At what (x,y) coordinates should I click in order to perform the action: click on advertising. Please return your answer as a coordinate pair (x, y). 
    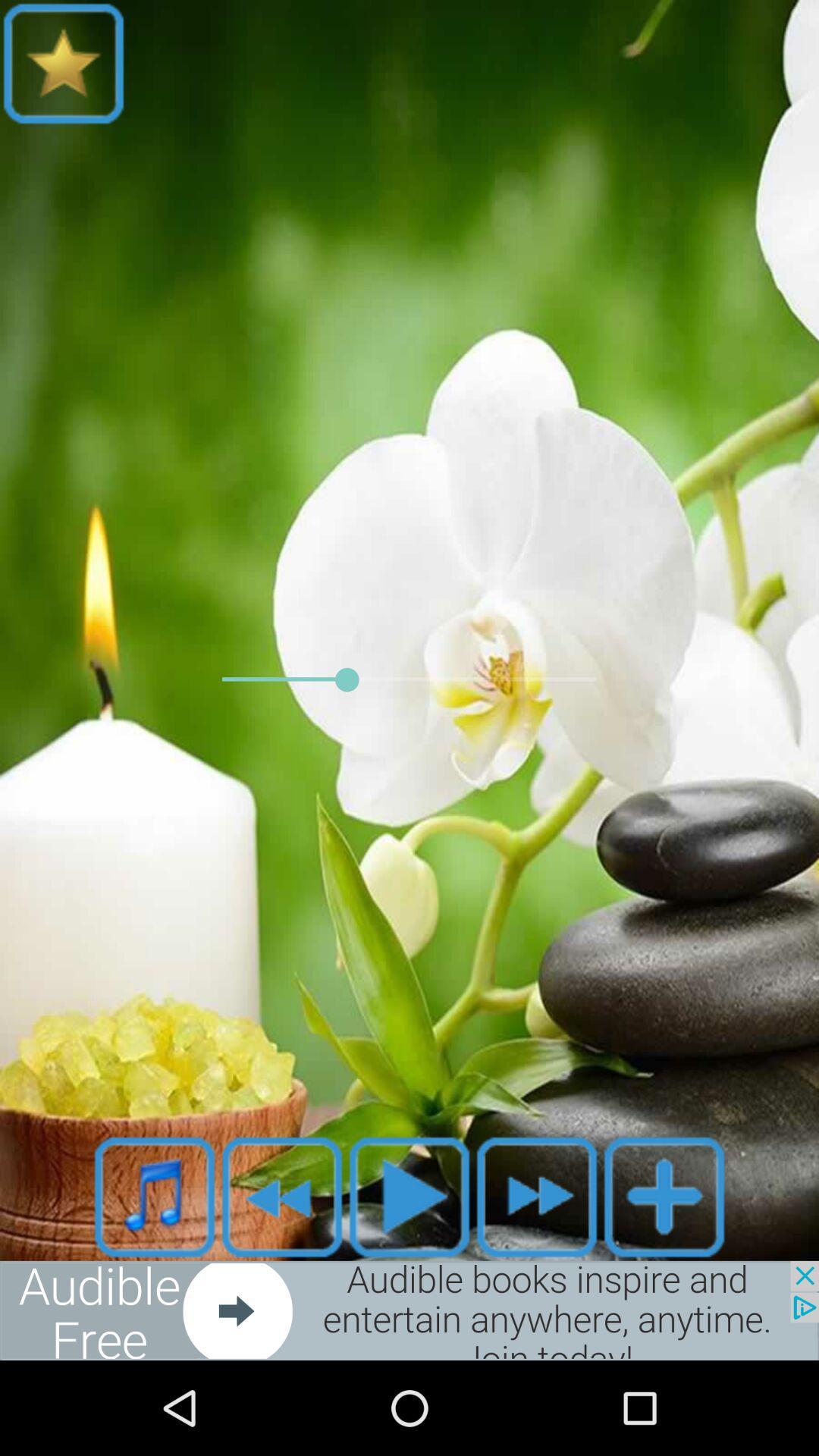
    Looking at the image, I should click on (409, 1310).